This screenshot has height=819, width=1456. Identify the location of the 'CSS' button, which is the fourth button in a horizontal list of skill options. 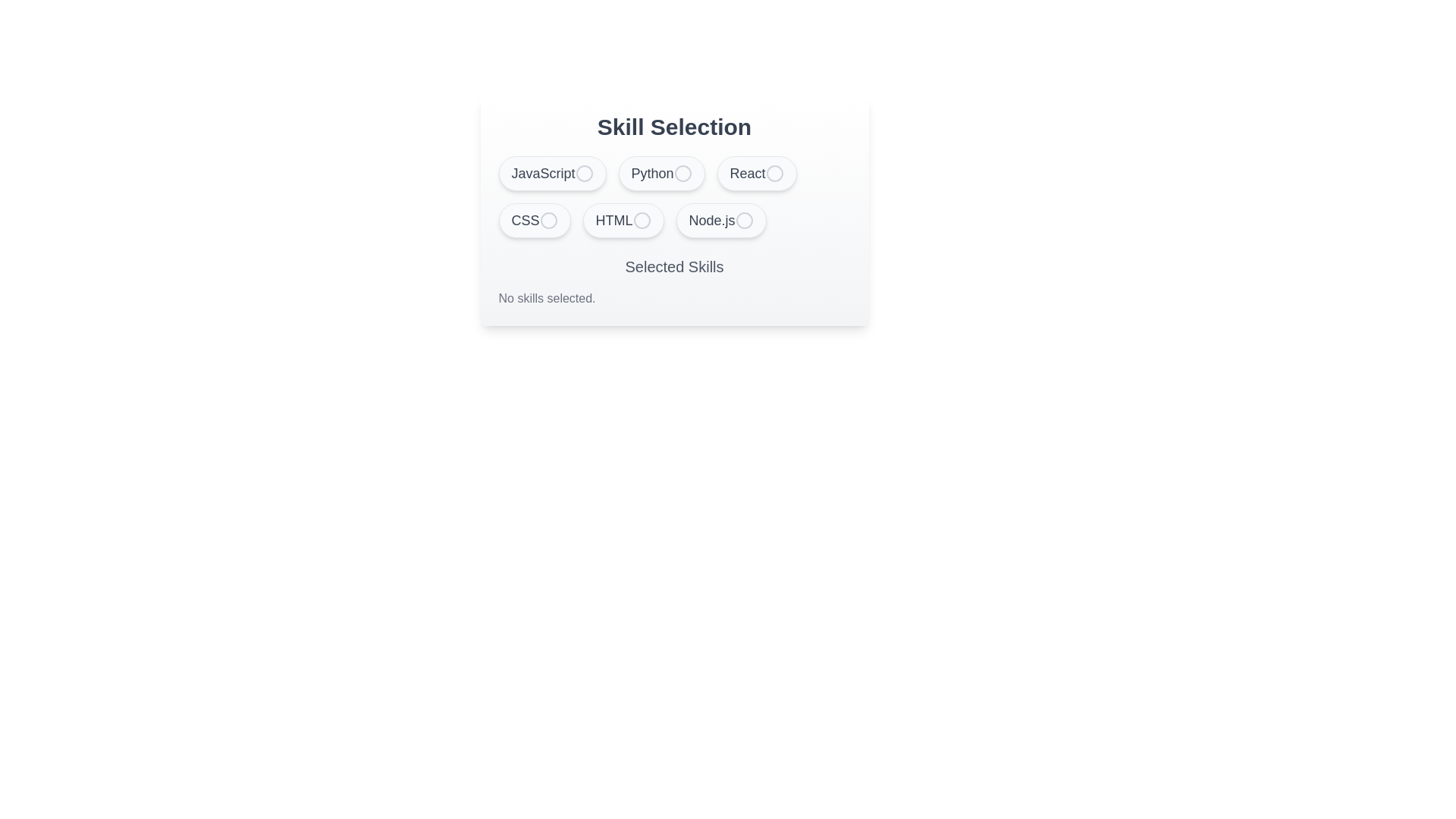
(535, 220).